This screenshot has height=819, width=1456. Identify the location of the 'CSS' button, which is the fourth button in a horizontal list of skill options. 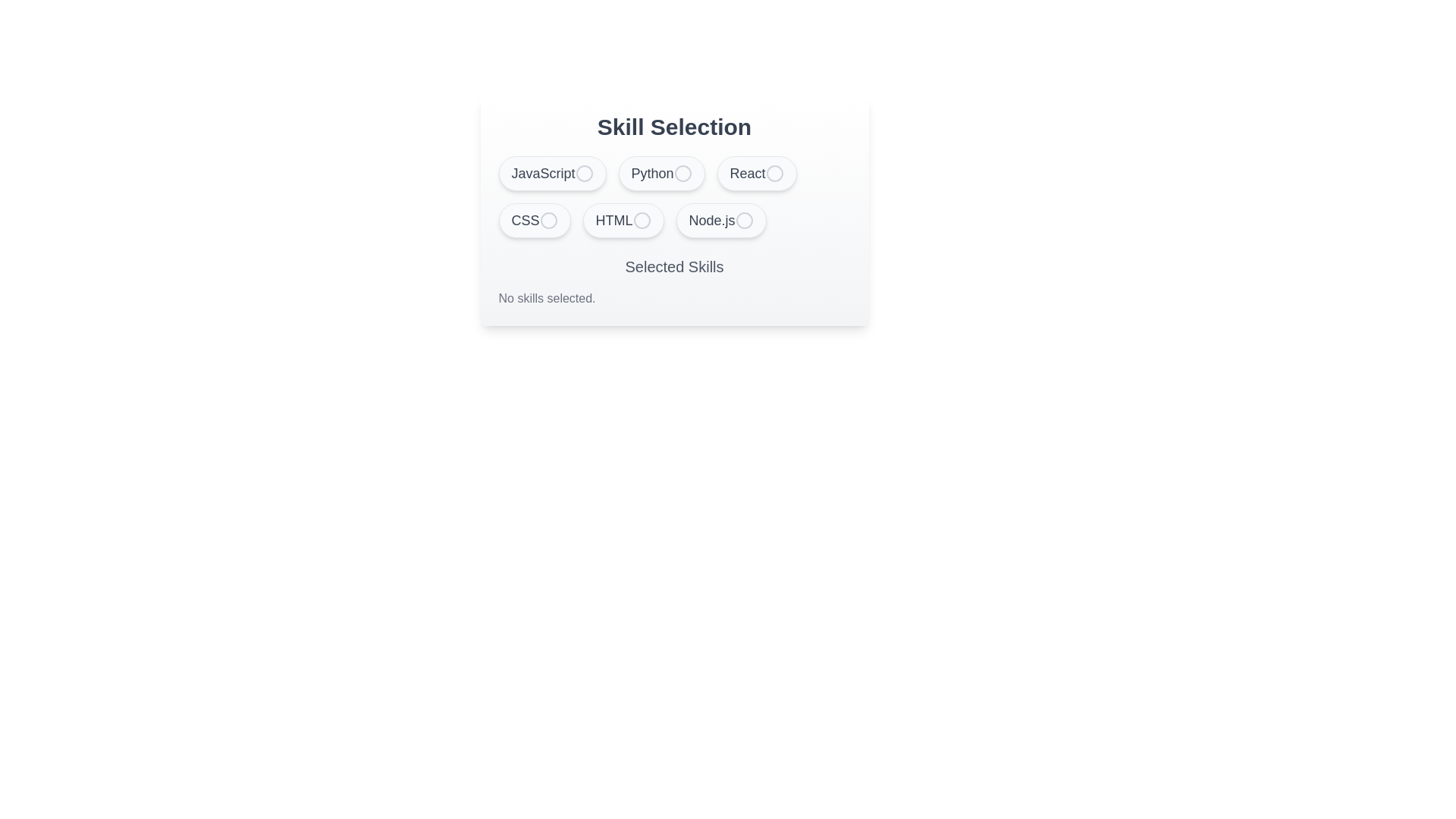
(535, 220).